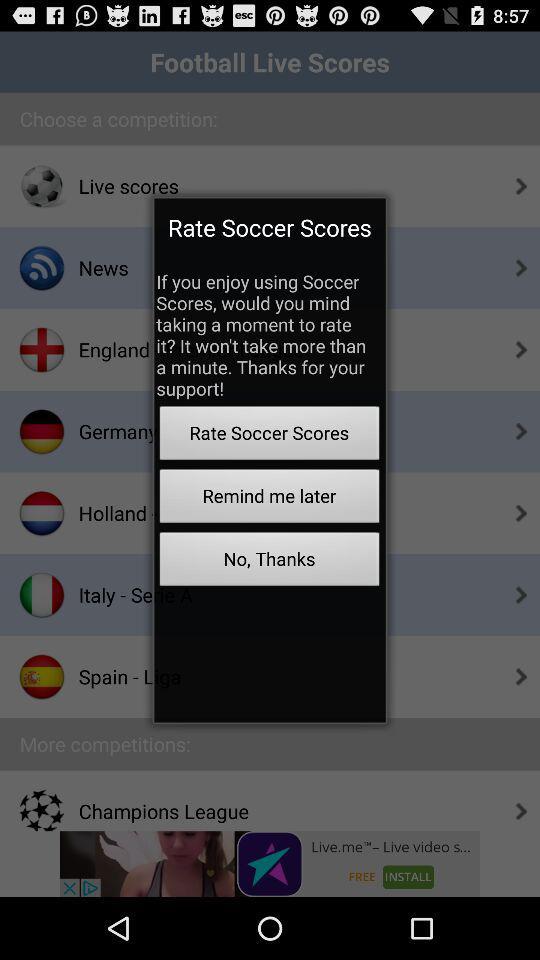  I want to click on button below the rate soccer scores icon, so click(269, 498).